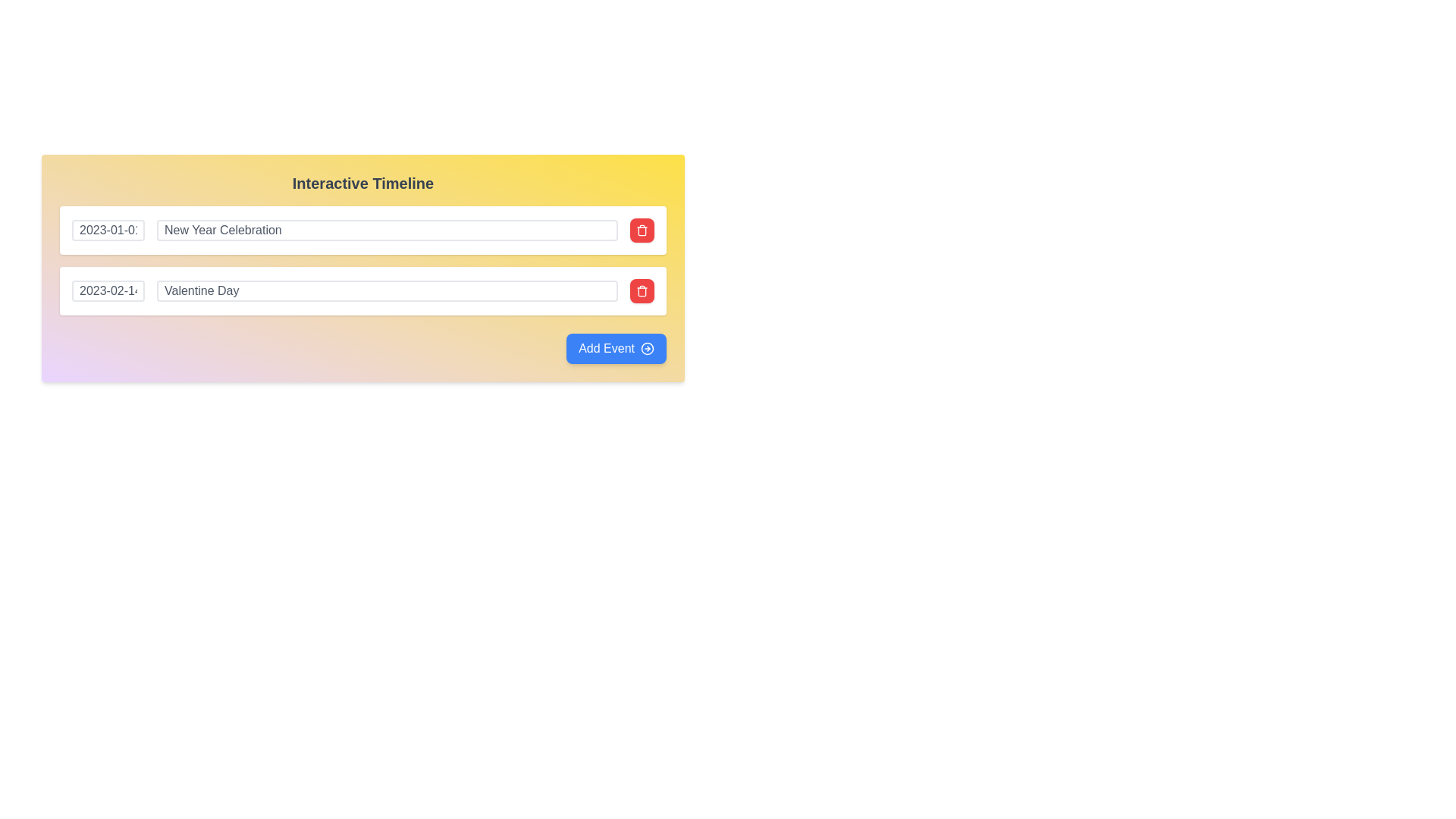 This screenshot has height=819, width=1456. Describe the element at coordinates (648, 348) in the screenshot. I see `the decorative icon with a right-pointing arrow, which is located at the right end of the 'Add Event' button on the lower part of the white card` at that location.